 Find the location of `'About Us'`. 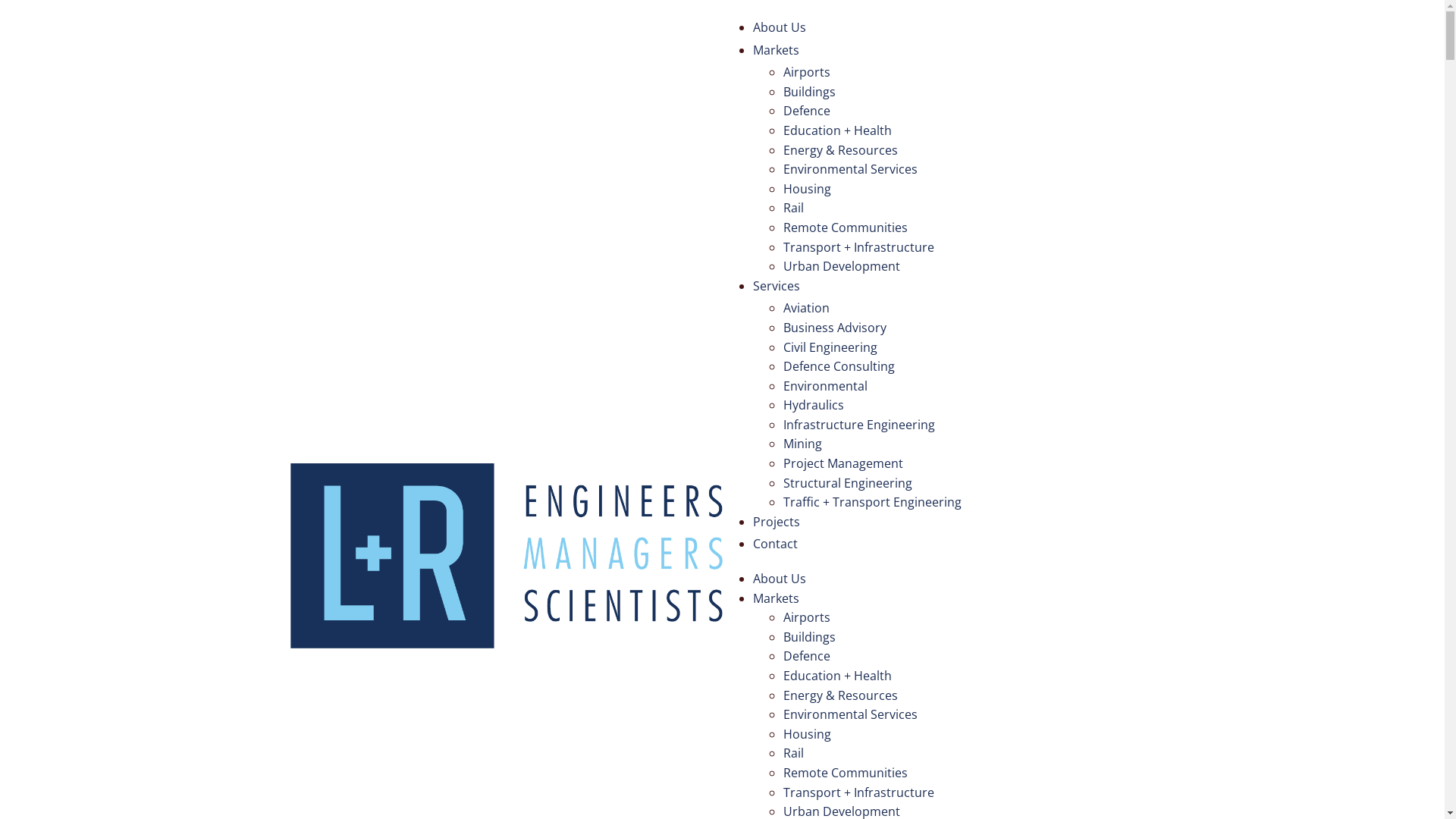

'About Us' is located at coordinates (752, 30).